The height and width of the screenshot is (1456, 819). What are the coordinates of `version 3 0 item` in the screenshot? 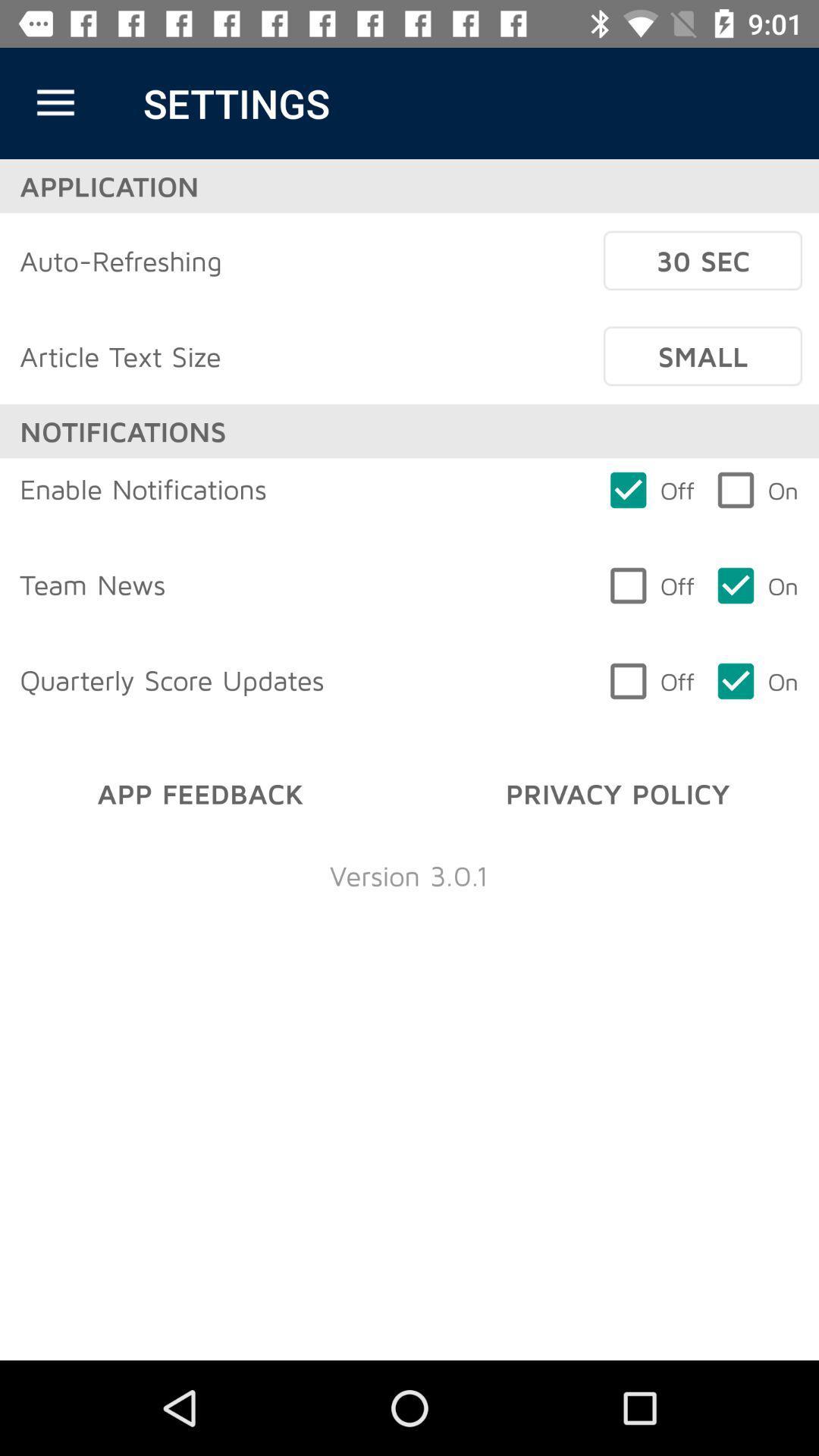 It's located at (408, 875).